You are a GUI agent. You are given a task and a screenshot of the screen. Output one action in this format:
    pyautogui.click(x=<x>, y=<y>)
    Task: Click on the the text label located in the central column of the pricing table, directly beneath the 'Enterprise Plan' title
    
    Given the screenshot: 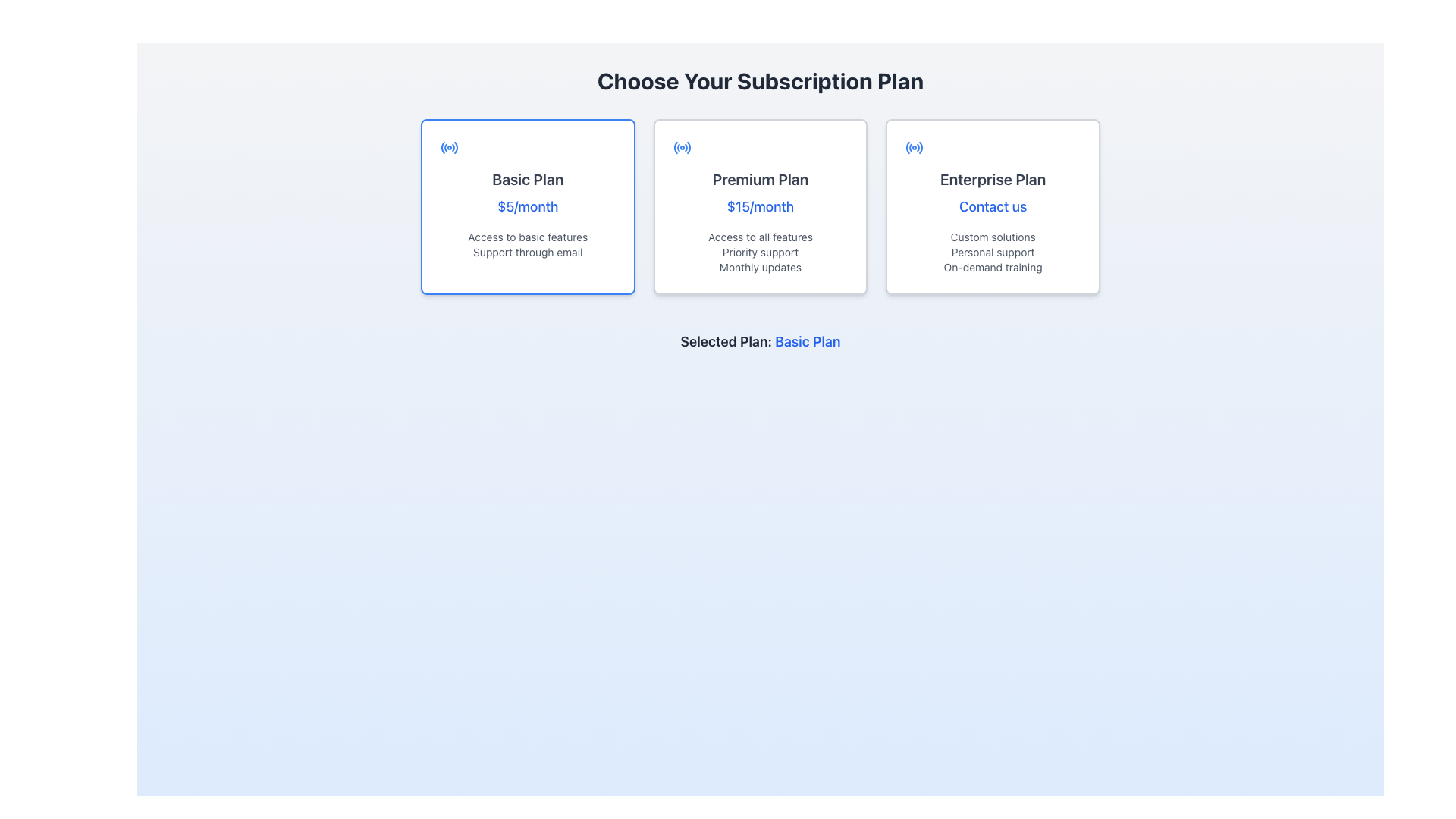 What is the action you would take?
    pyautogui.click(x=993, y=207)
    